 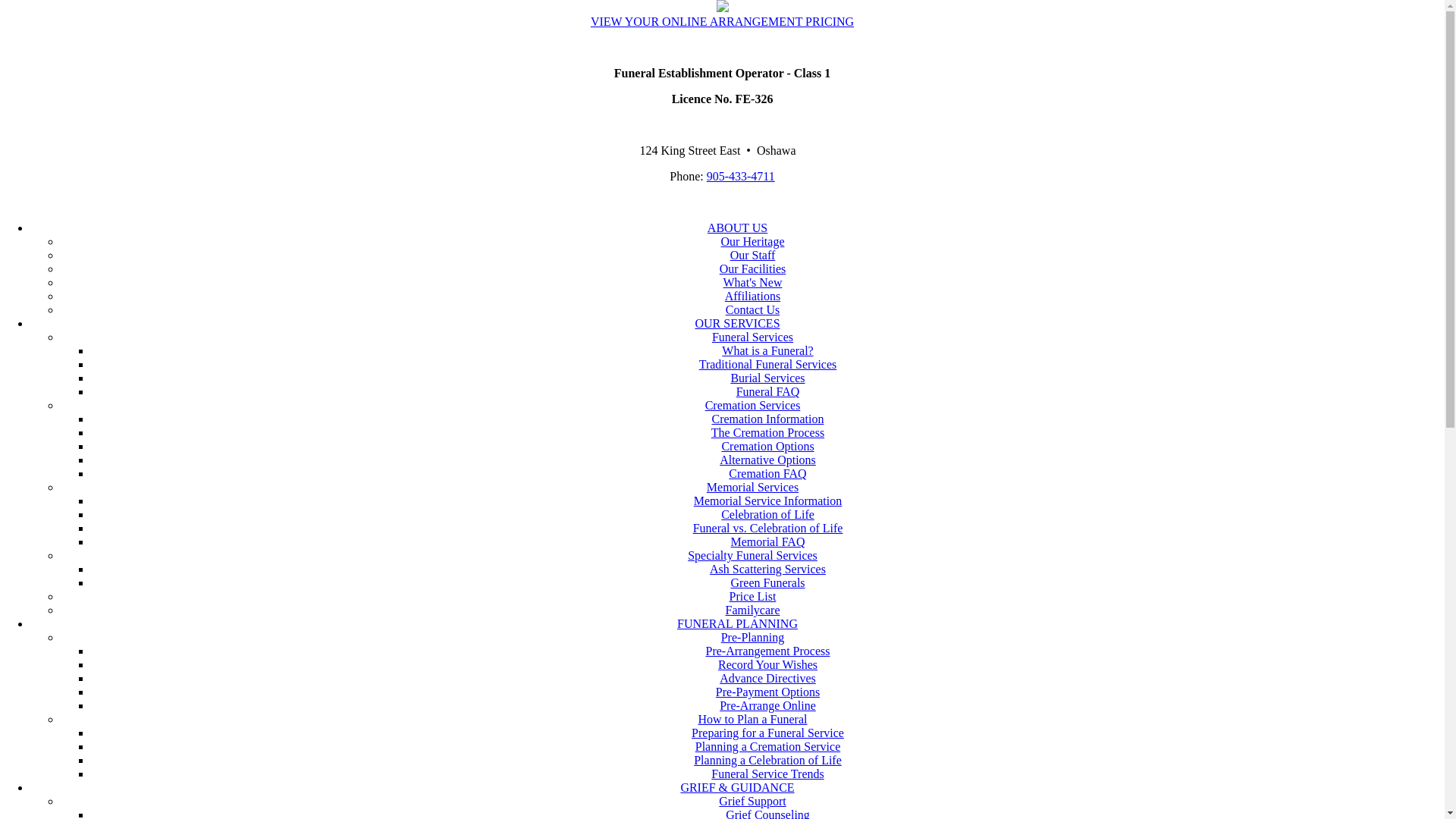 I want to click on 'Memorial Service Information', so click(x=693, y=500).